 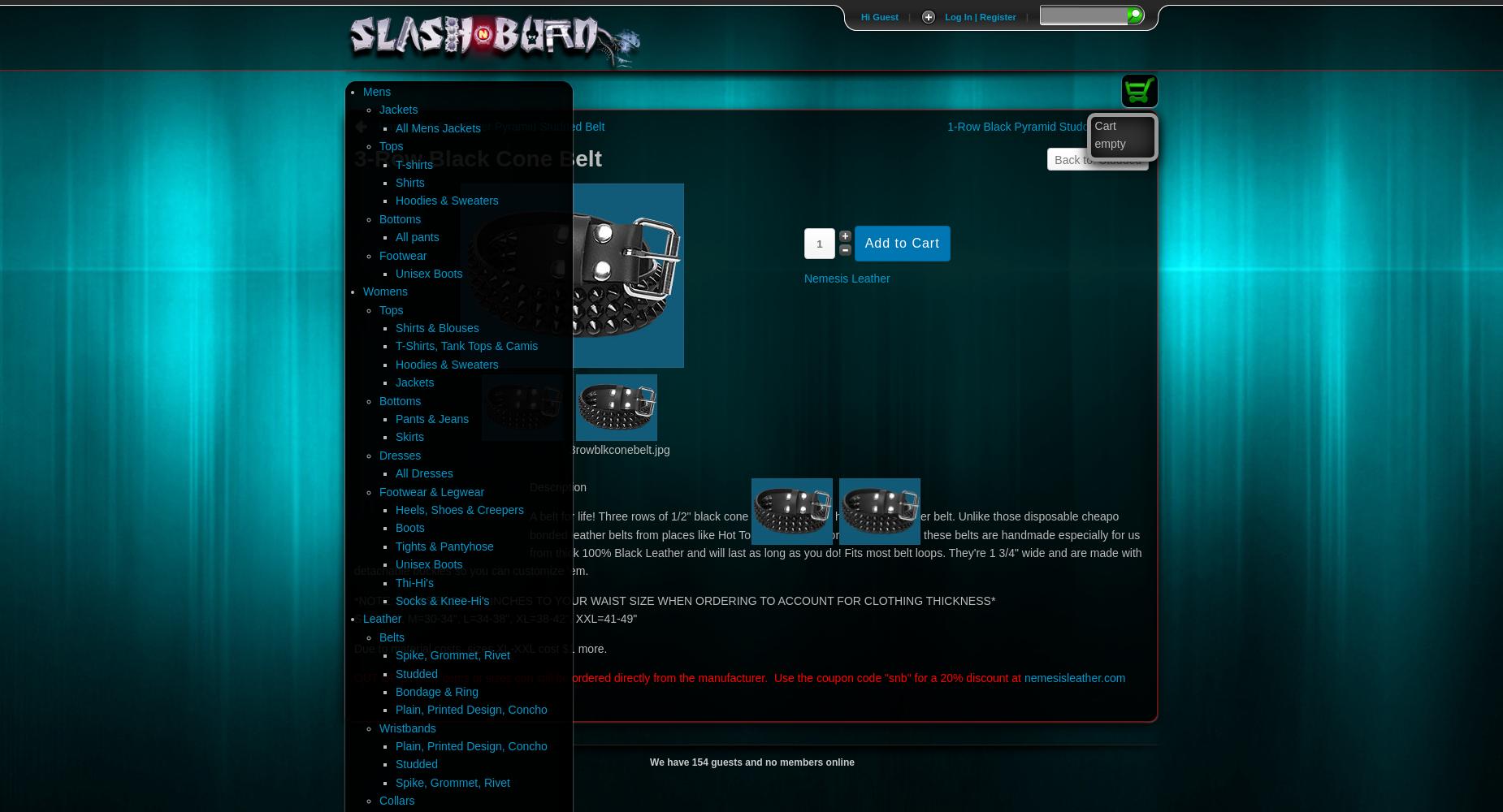 What do you see at coordinates (751, 762) in the screenshot?
I see `'We have 154 guests and no members online'` at bounding box center [751, 762].